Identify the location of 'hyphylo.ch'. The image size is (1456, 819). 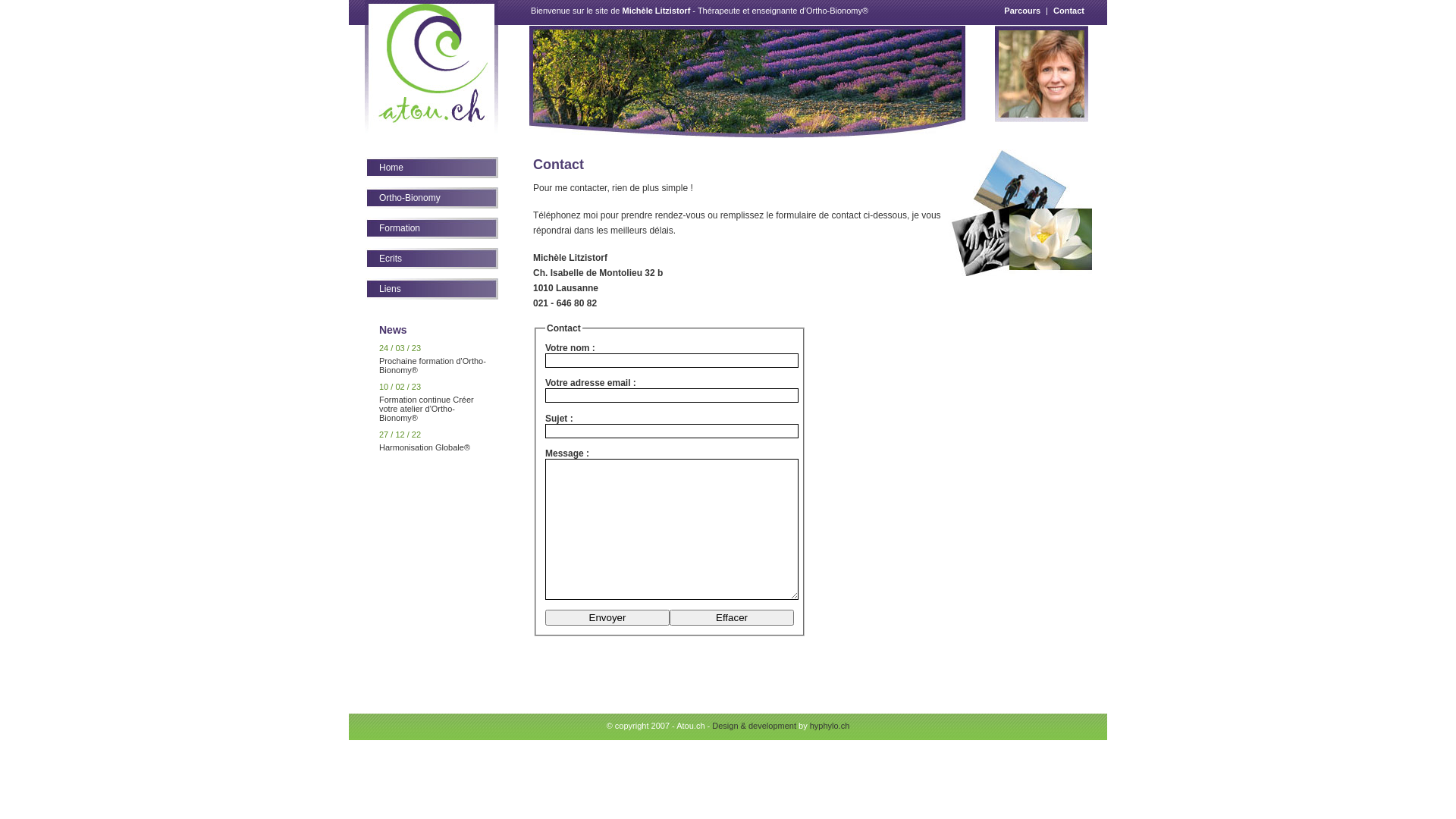
(829, 724).